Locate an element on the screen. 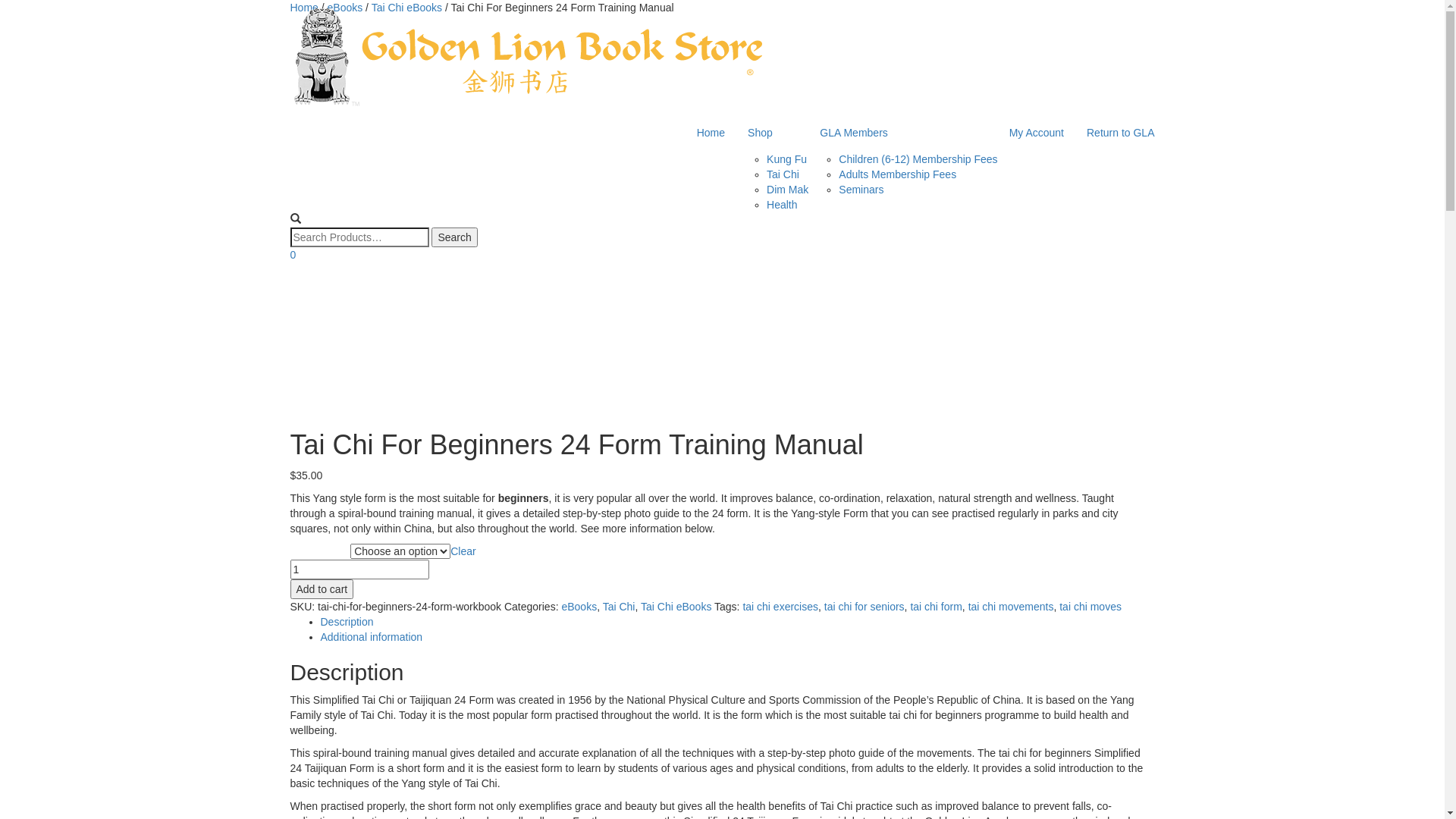 This screenshot has width=1456, height=819. 'Shop' is located at coordinates (772, 131).